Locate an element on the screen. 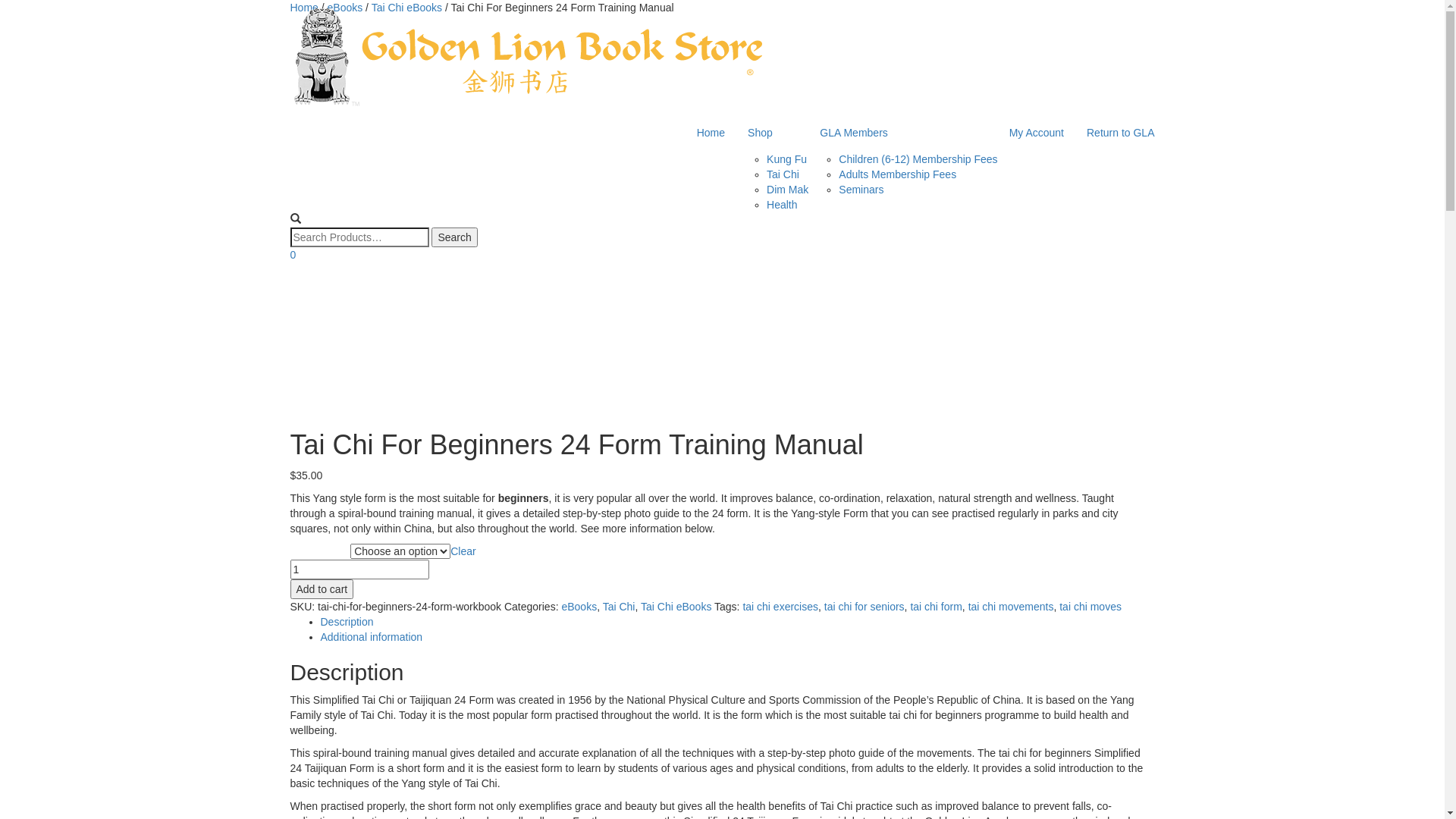 This screenshot has width=1456, height=819. 'Shop' is located at coordinates (772, 131).